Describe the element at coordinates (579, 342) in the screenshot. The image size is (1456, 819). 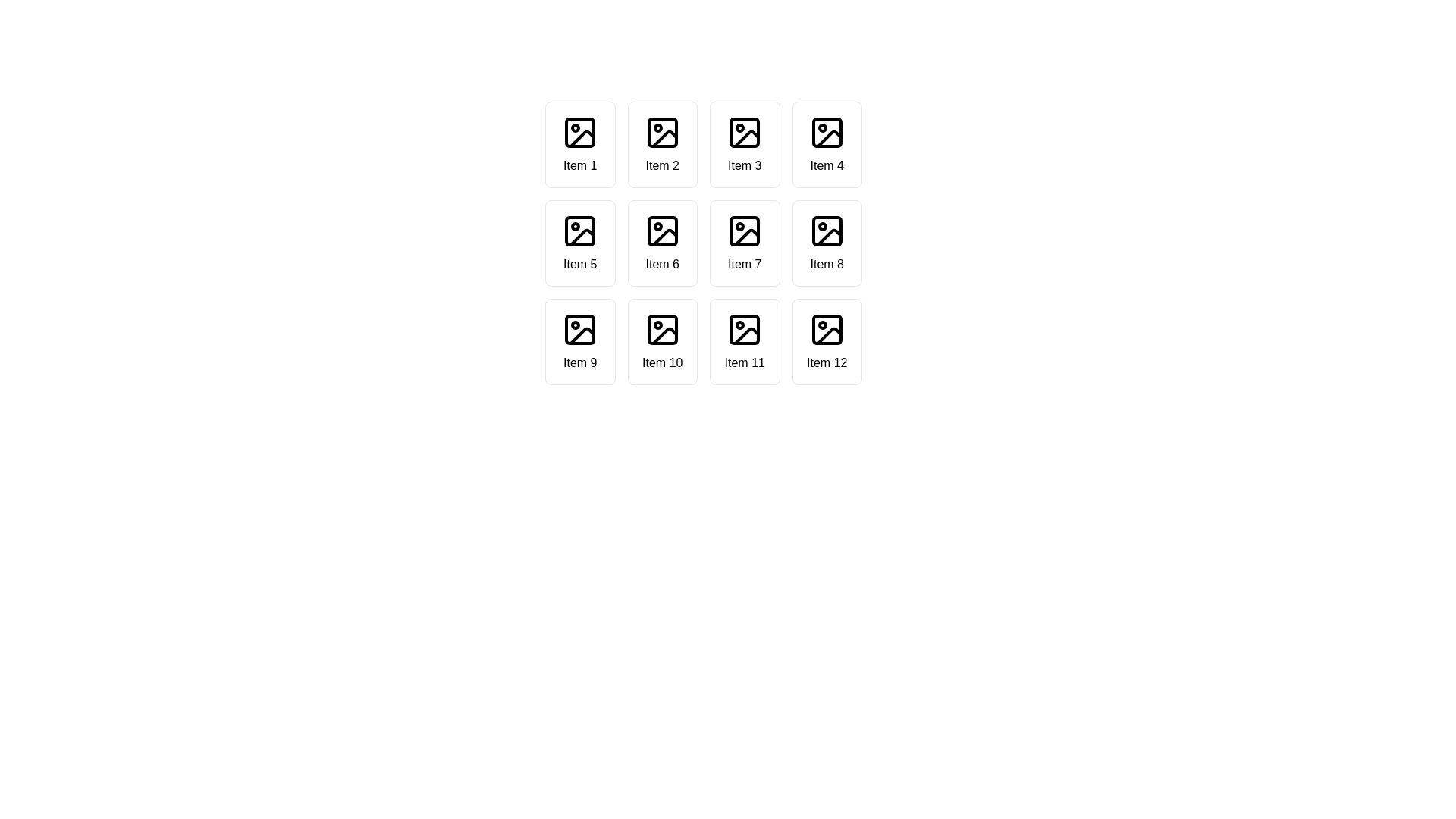
I see `the item card` at that location.